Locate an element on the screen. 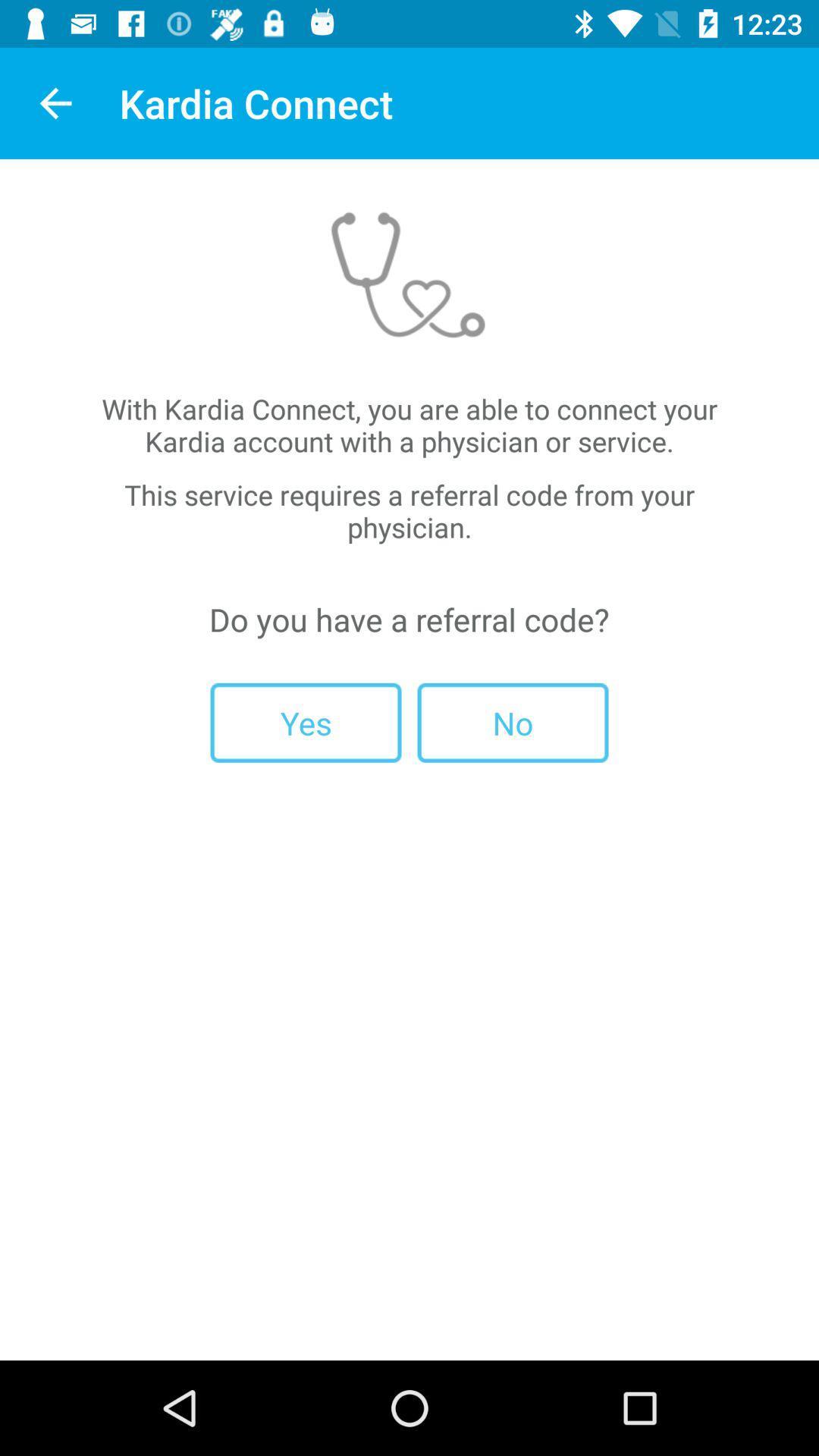  the item next to the no is located at coordinates (306, 722).